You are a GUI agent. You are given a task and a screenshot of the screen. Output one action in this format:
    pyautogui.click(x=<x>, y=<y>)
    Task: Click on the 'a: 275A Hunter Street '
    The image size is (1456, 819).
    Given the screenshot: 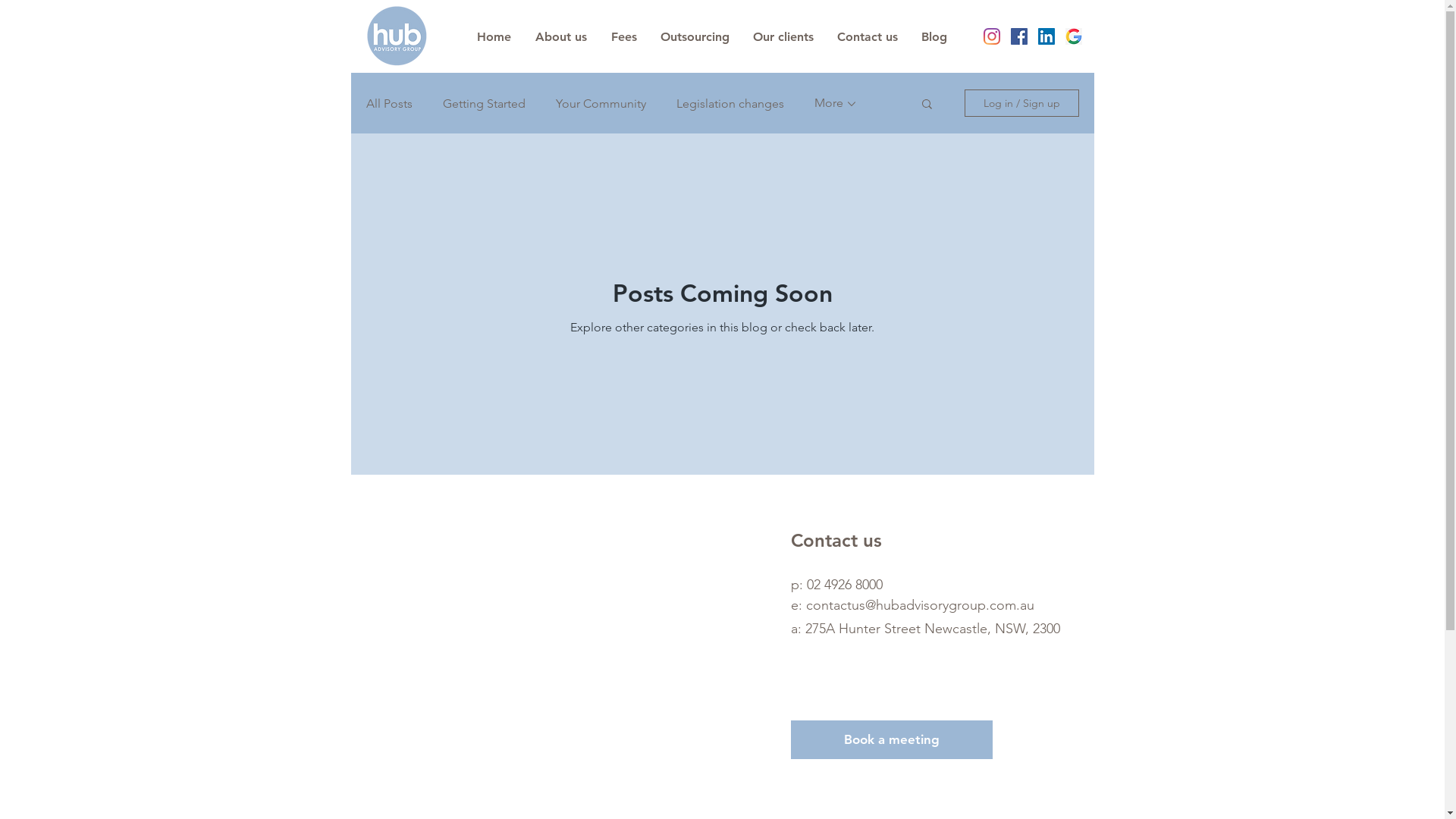 What is the action you would take?
    pyautogui.click(x=856, y=629)
    